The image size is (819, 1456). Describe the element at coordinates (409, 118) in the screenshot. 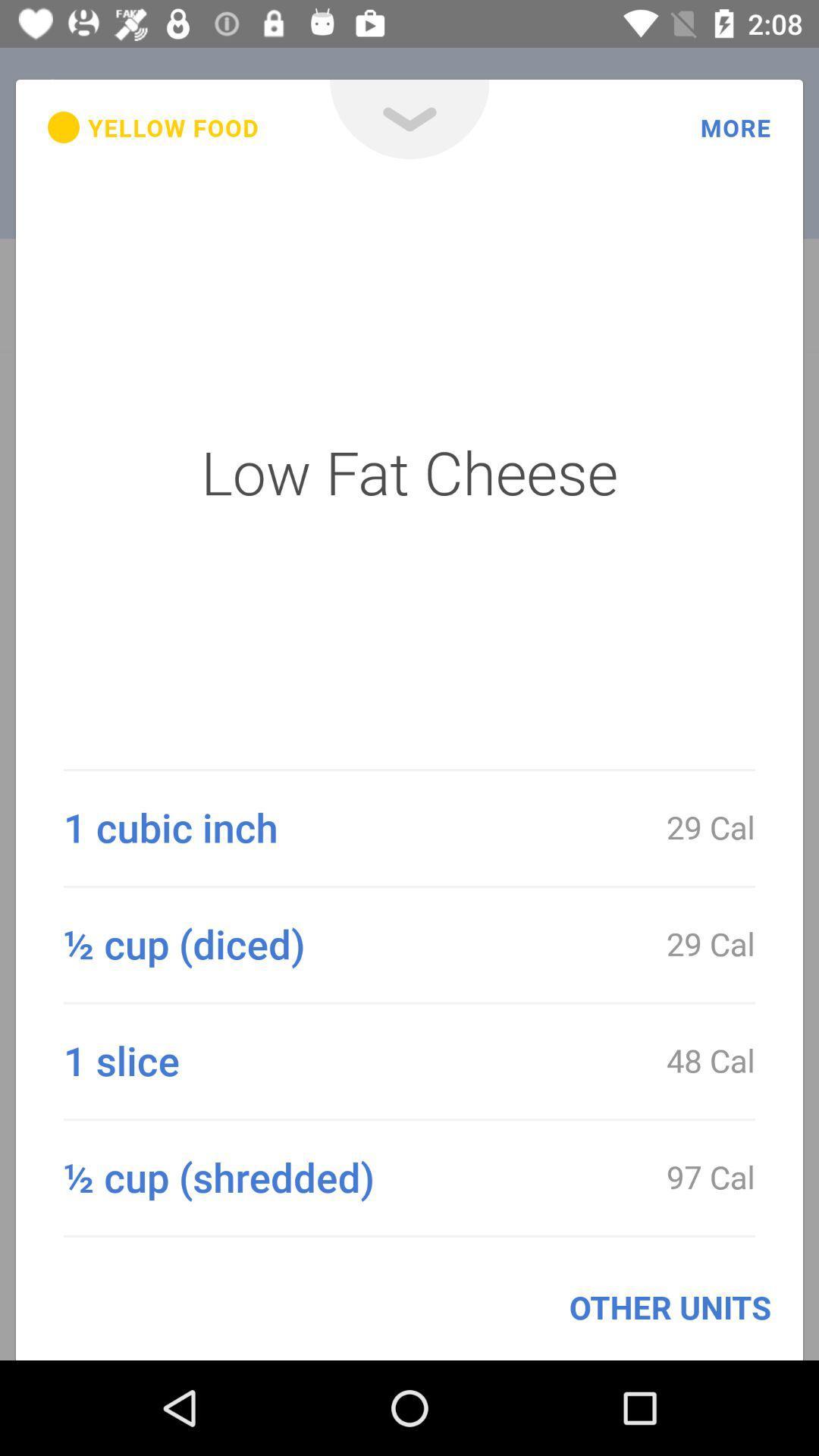

I see `swipe down from the top of the screen` at that location.